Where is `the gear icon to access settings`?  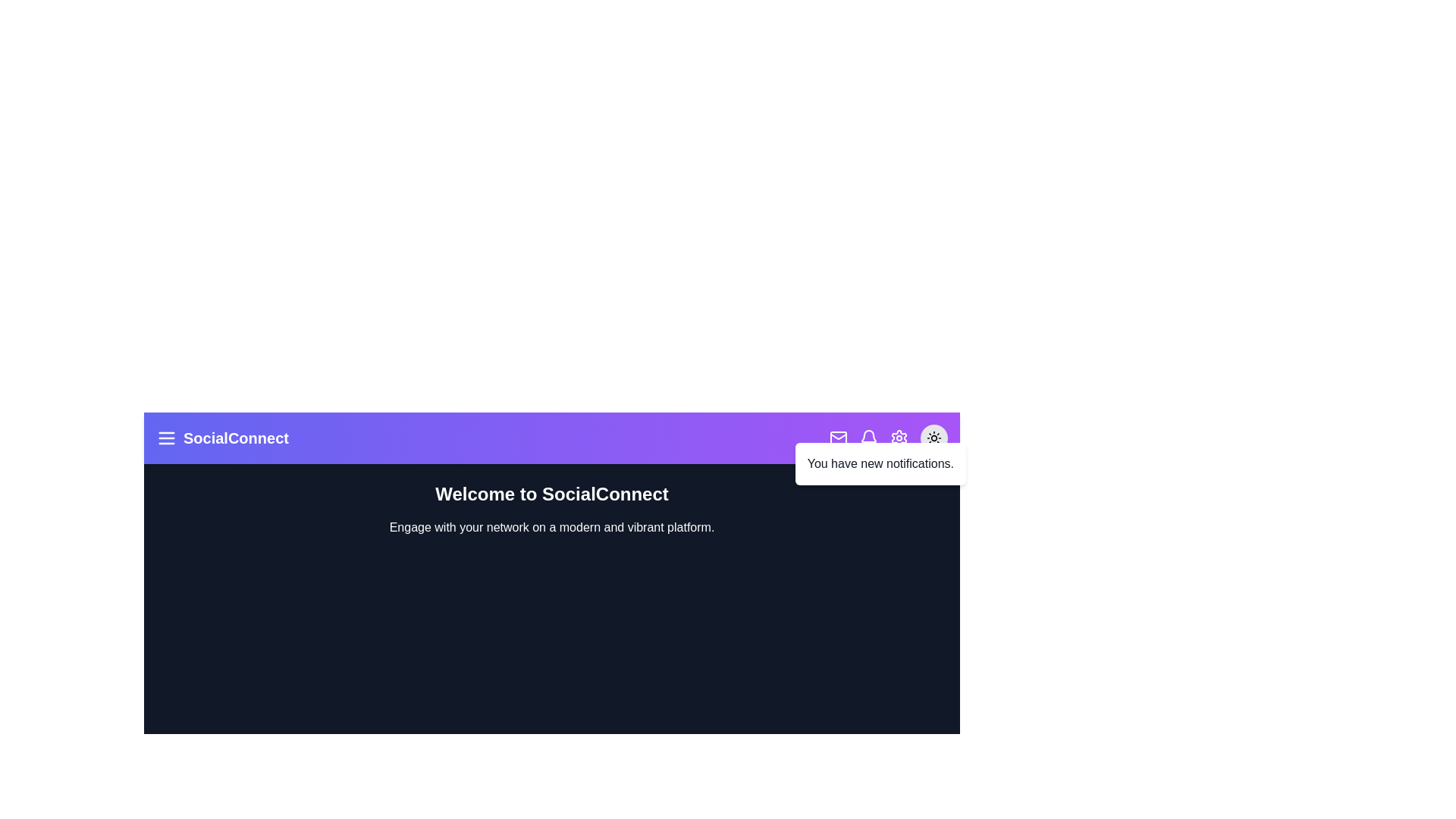
the gear icon to access settings is located at coordinates (899, 438).